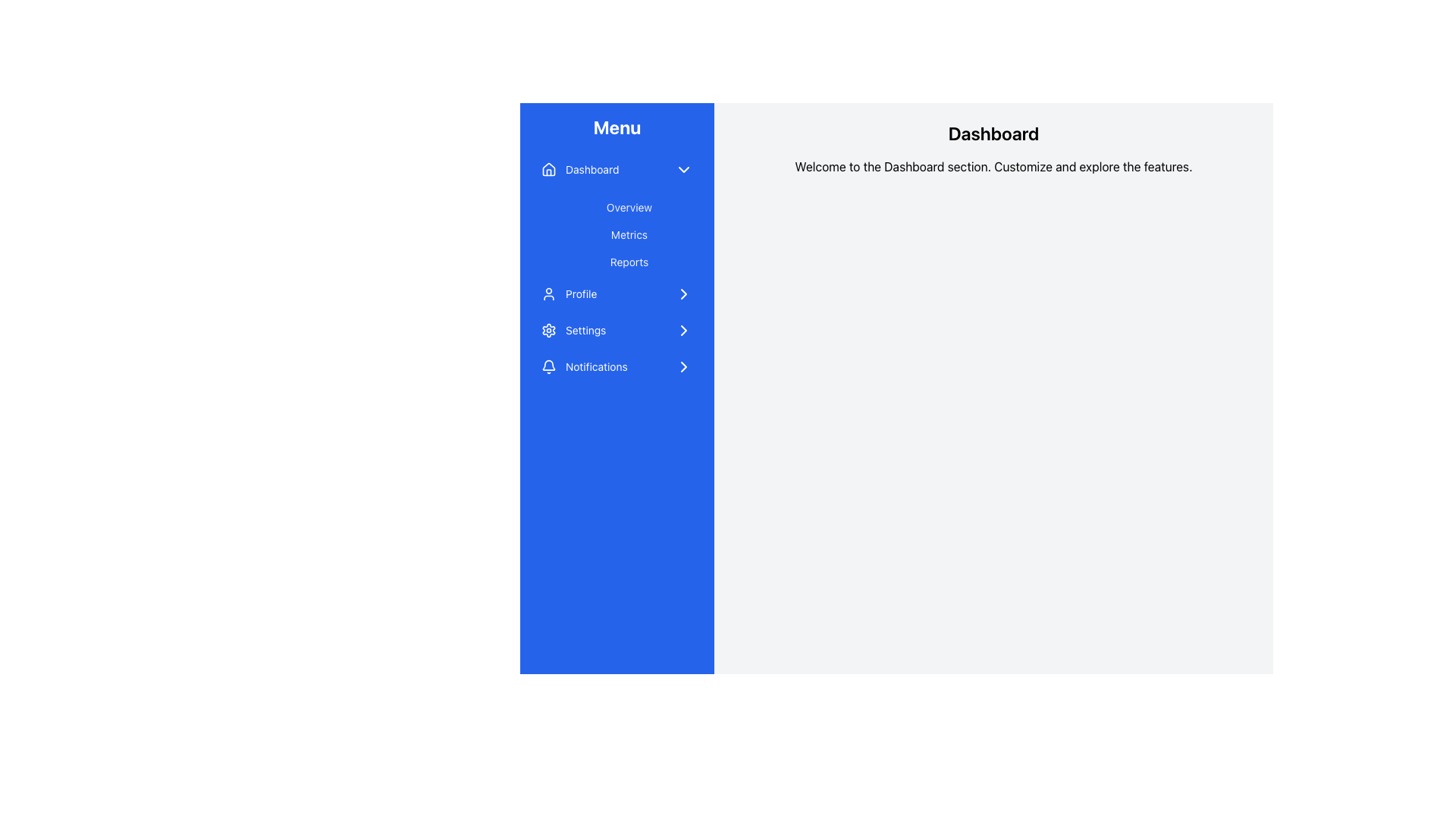  I want to click on the navigational icon at the far-right end of the 'Profile' section in the side menu, so click(683, 294).